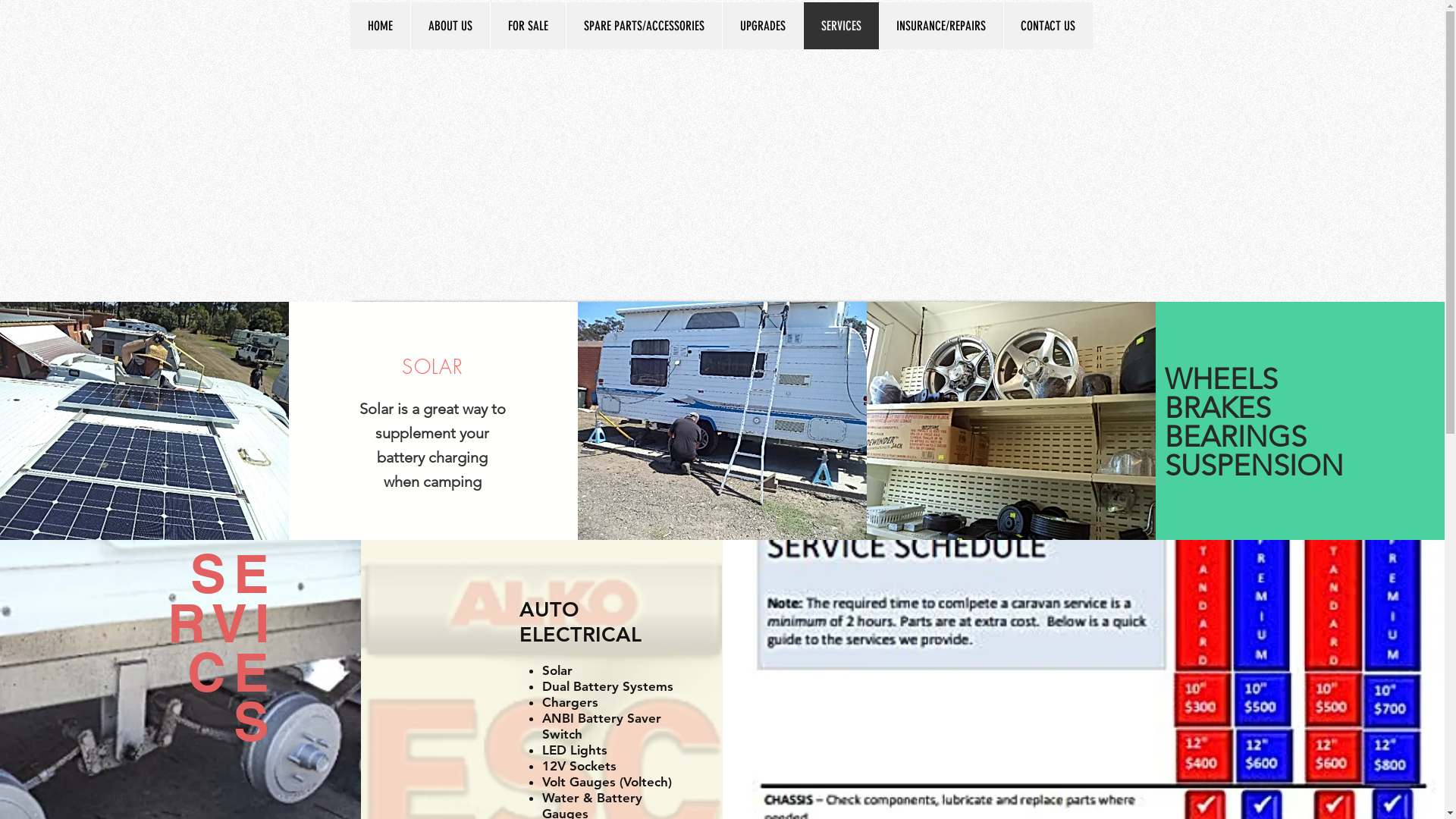 This screenshot has height=819, width=1456. I want to click on 'FOR SALE', so click(528, 26).